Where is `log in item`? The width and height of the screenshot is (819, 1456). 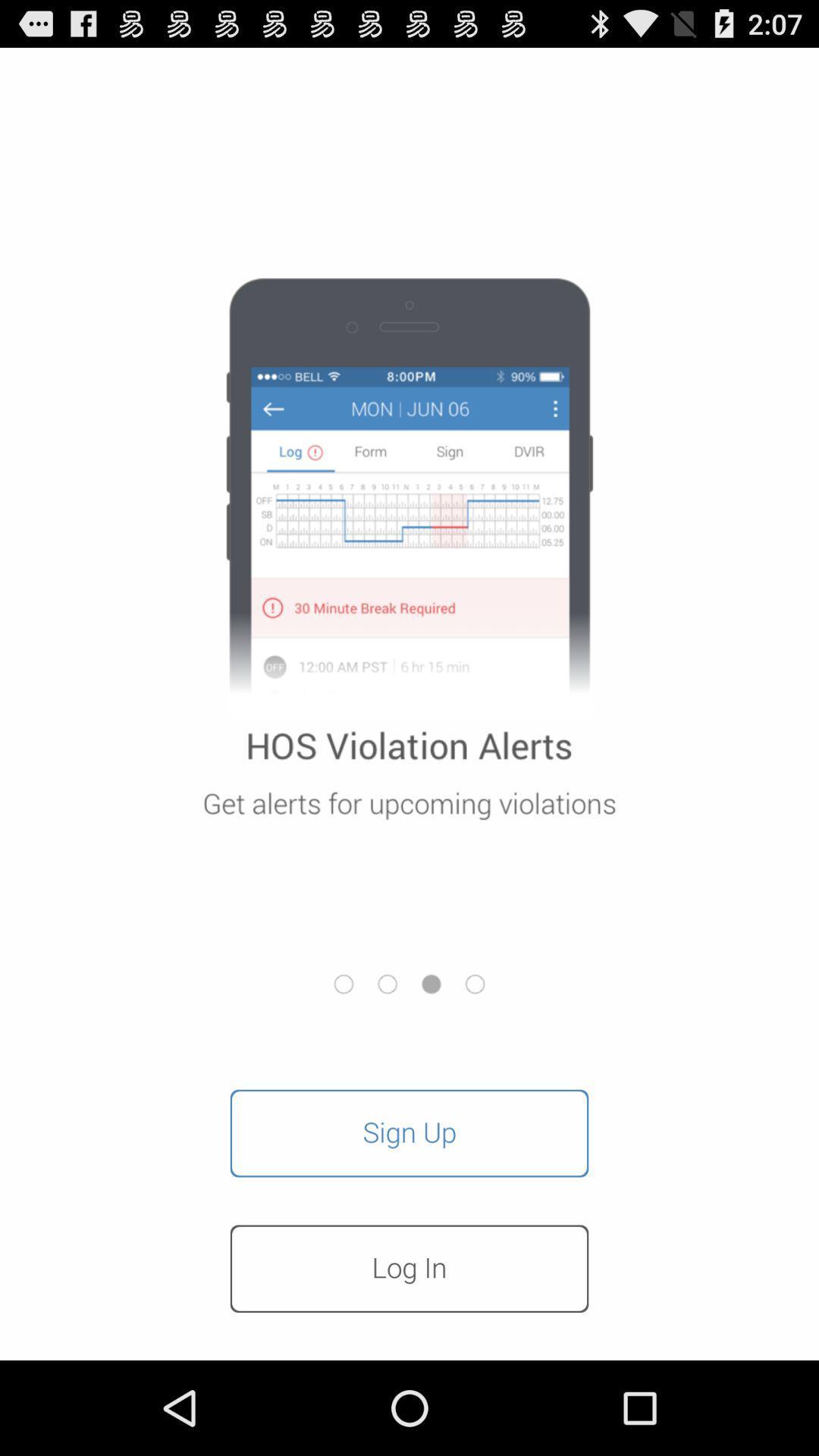
log in item is located at coordinates (409, 1269).